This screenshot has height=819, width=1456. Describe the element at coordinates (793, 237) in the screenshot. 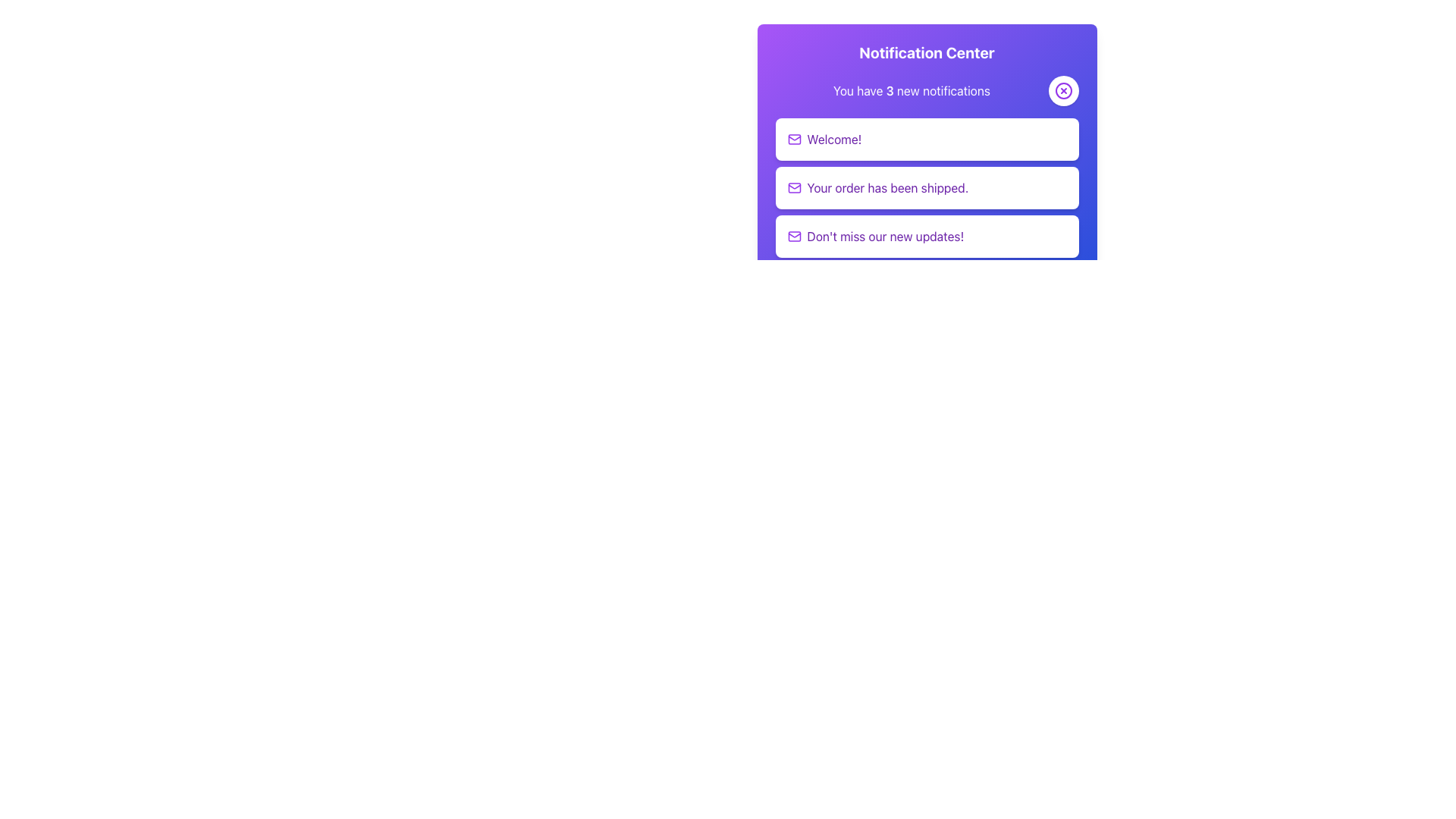

I see `mail icon with a stylized envelope shape, colored purple, located to the left of the text 'Don't miss our new updates!' in the lower notification box` at that location.